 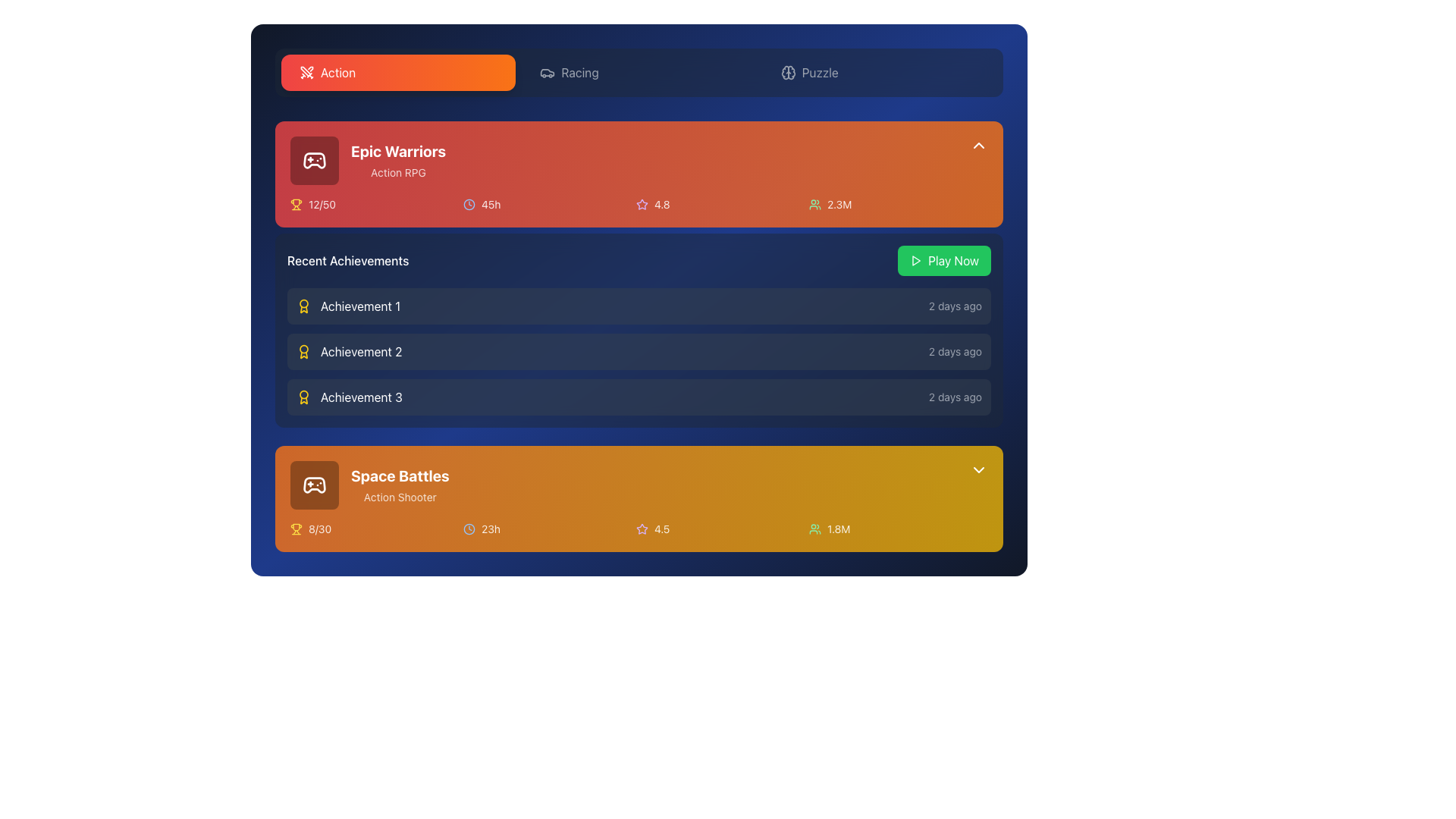 What do you see at coordinates (303, 394) in the screenshot?
I see `the circular trophy icon in the Recent Achievements section, which is styled with yellow hues and is part of an SVG graphic` at bounding box center [303, 394].